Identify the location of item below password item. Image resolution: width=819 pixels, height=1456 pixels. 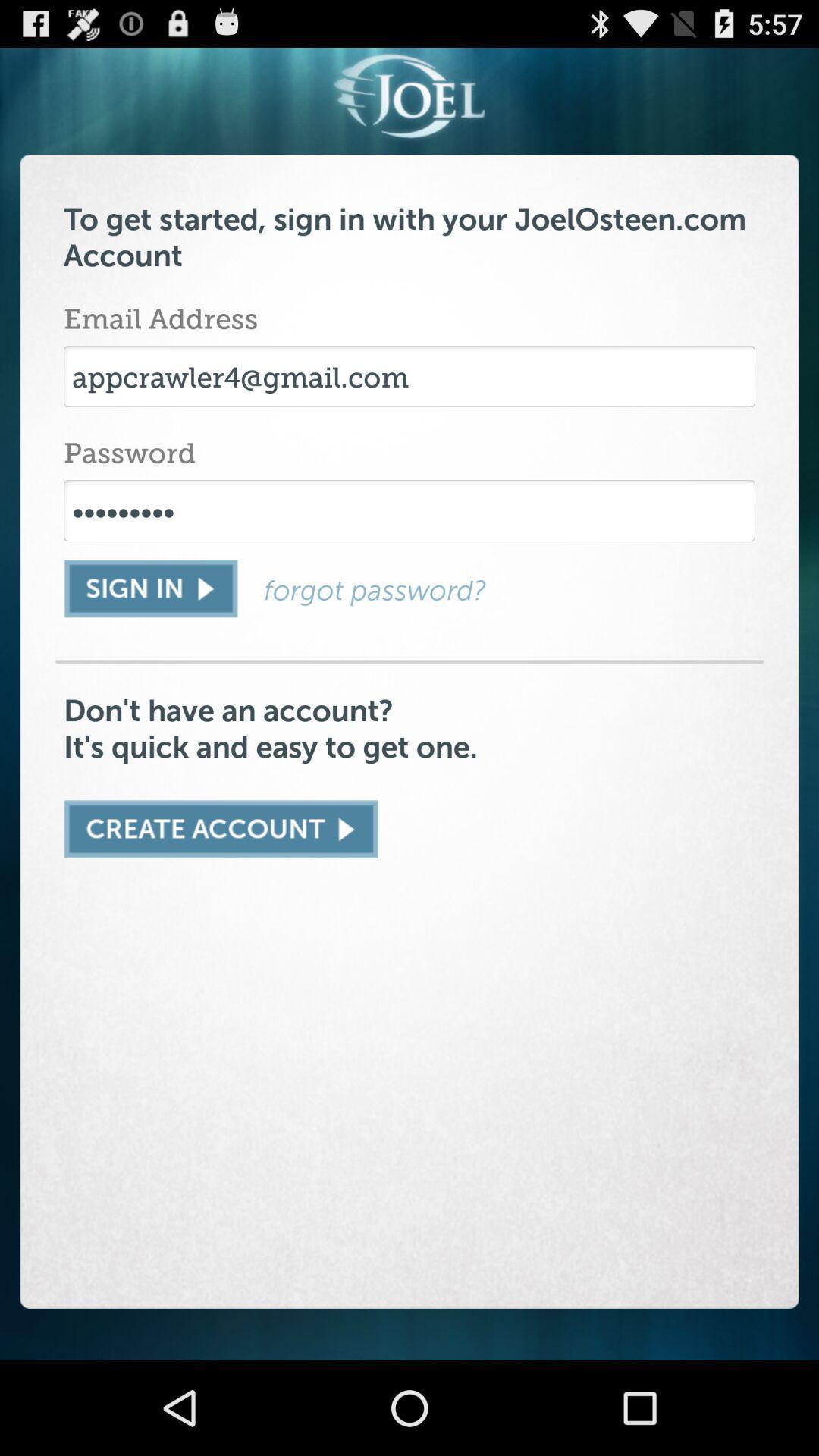
(409, 510).